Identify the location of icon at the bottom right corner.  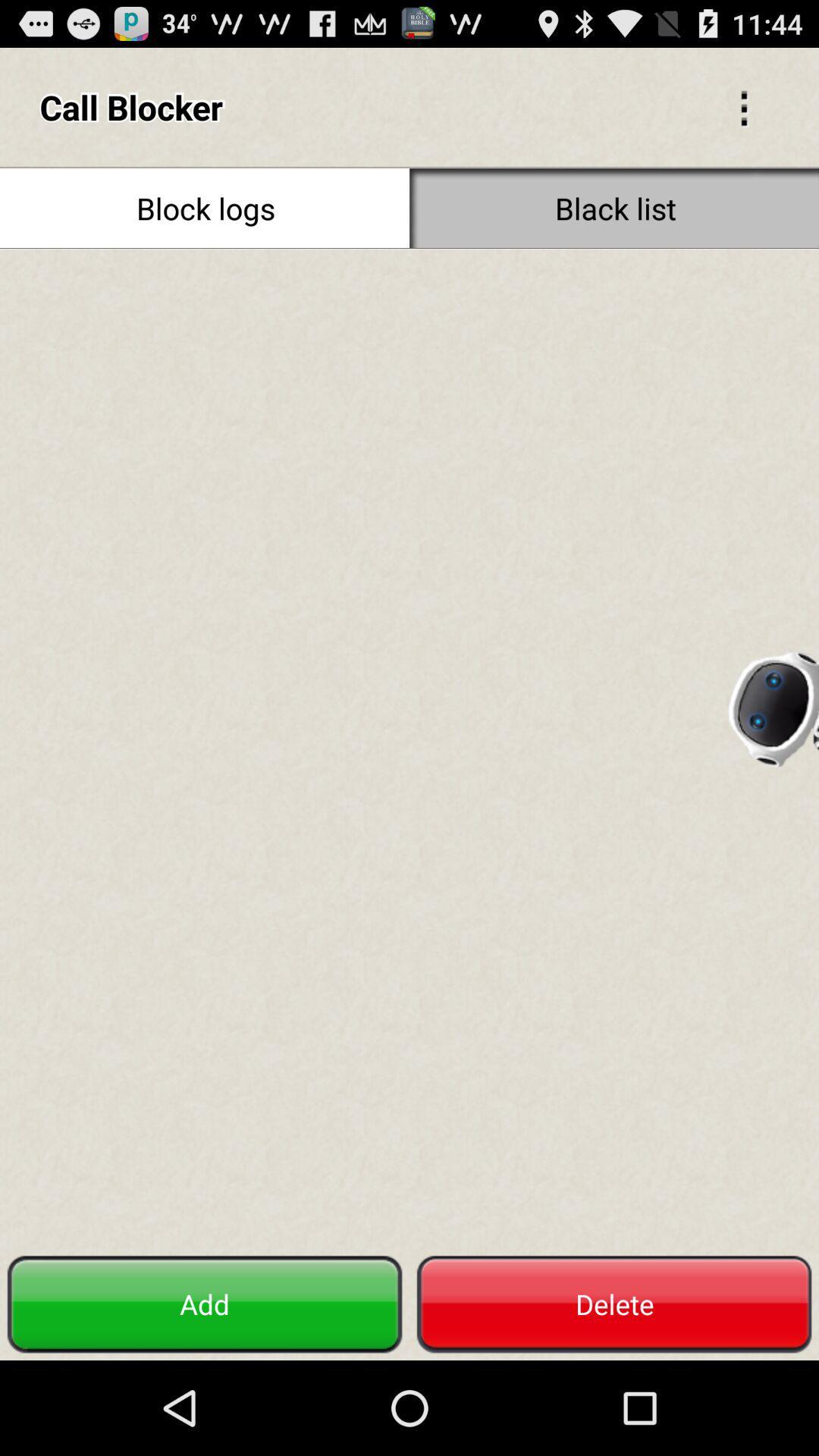
(614, 1304).